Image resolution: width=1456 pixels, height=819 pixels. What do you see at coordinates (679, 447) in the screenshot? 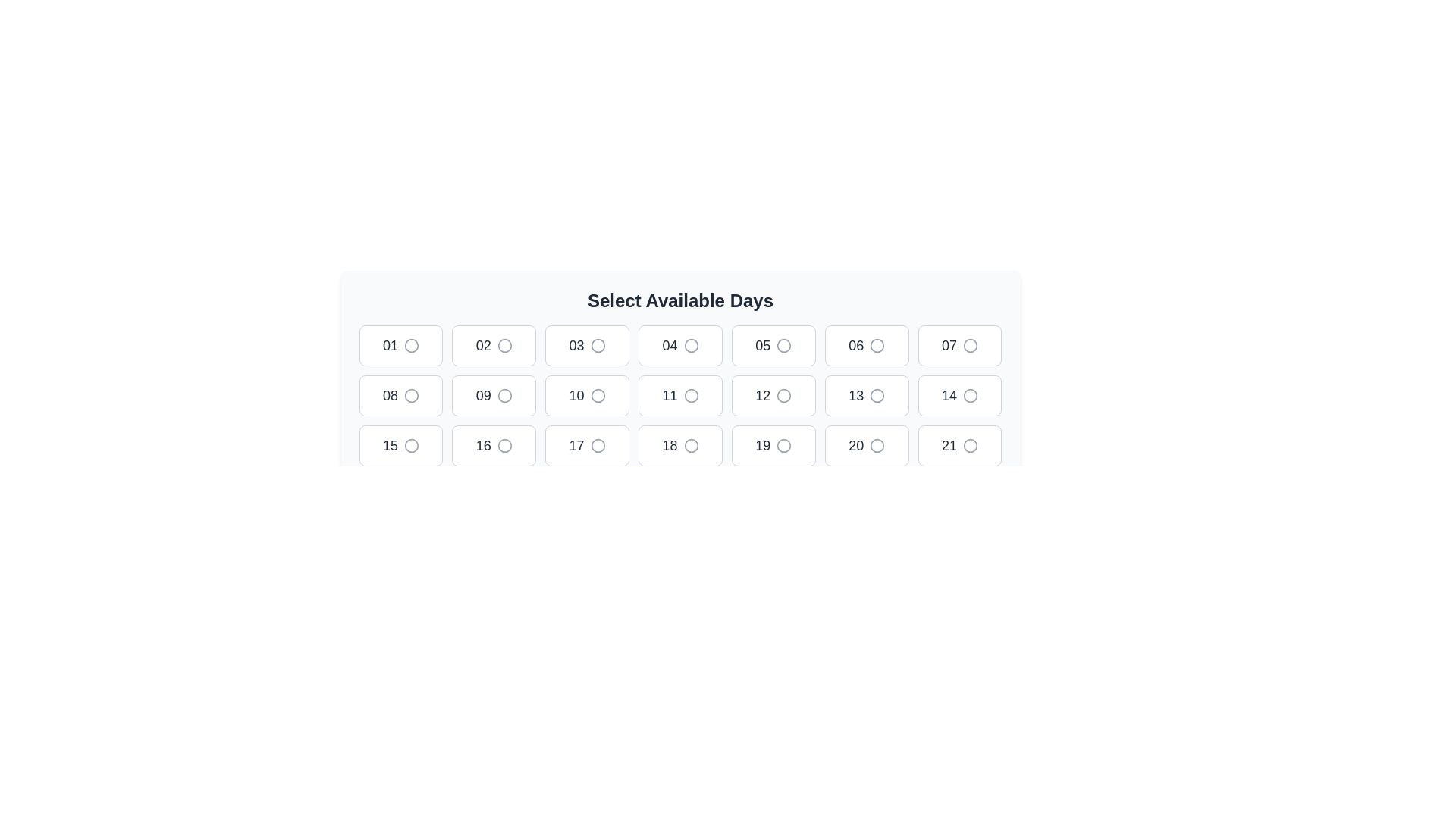
I see `the bold text heading labeled 'Select Available Days', which is centrally positioned at the top of a section above a grid of interactable elements` at bounding box center [679, 447].